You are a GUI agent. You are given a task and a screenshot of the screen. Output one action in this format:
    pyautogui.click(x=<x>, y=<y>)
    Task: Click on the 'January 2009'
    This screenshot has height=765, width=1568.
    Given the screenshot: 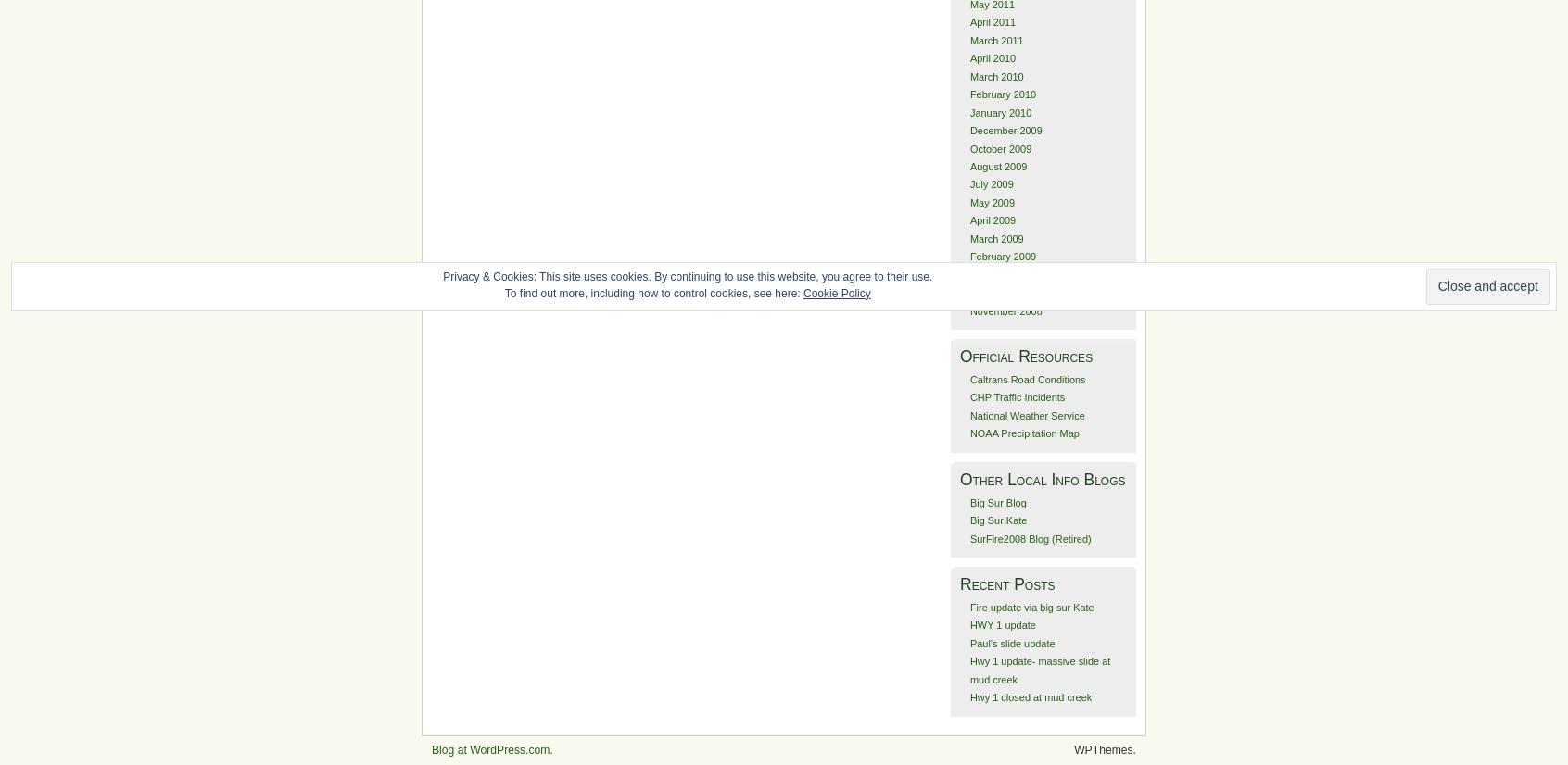 What is the action you would take?
    pyautogui.click(x=1000, y=274)
    